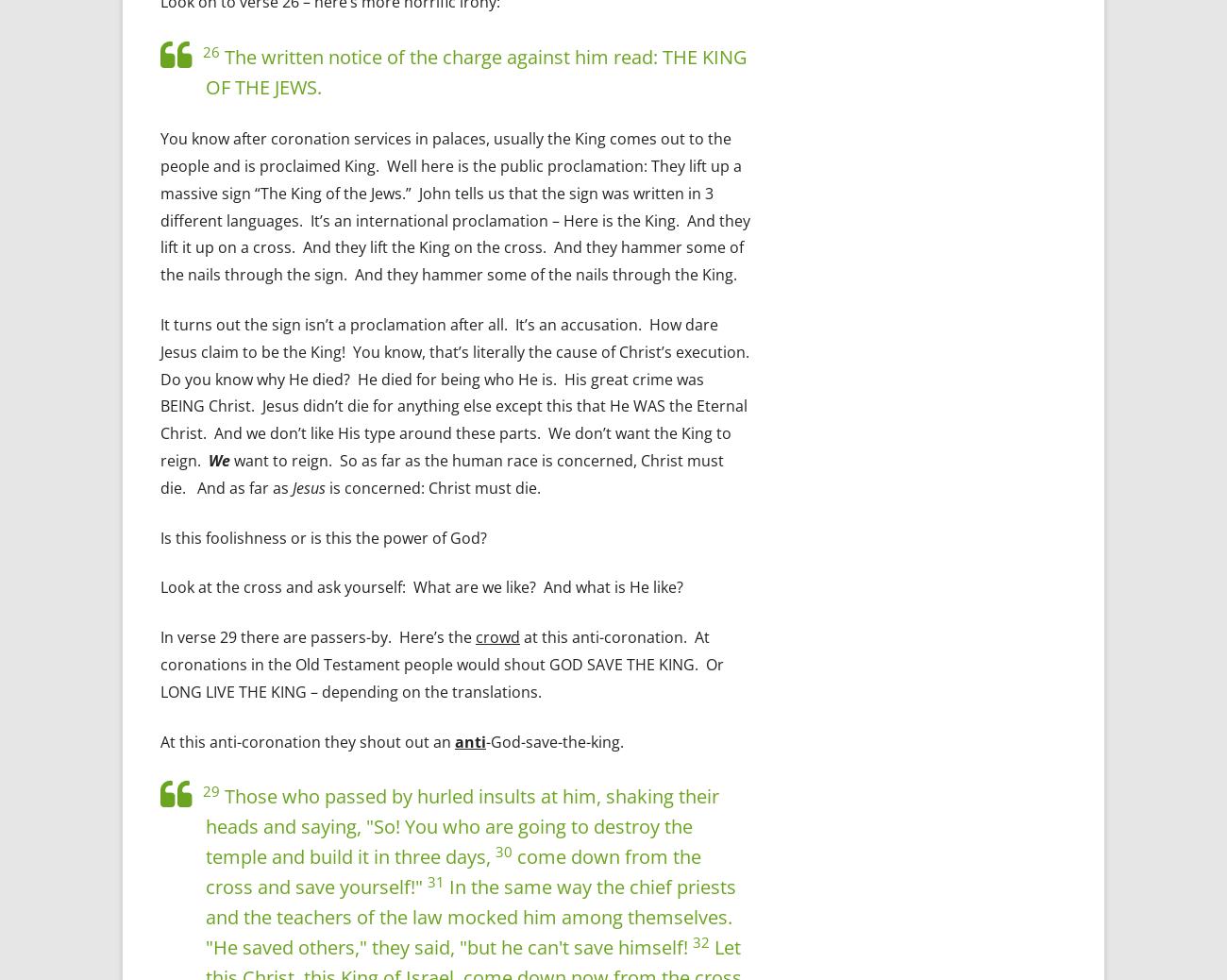 This screenshot has height=980, width=1227. I want to click on 'come down from the cross and save yourself!"', so click(452, 871).